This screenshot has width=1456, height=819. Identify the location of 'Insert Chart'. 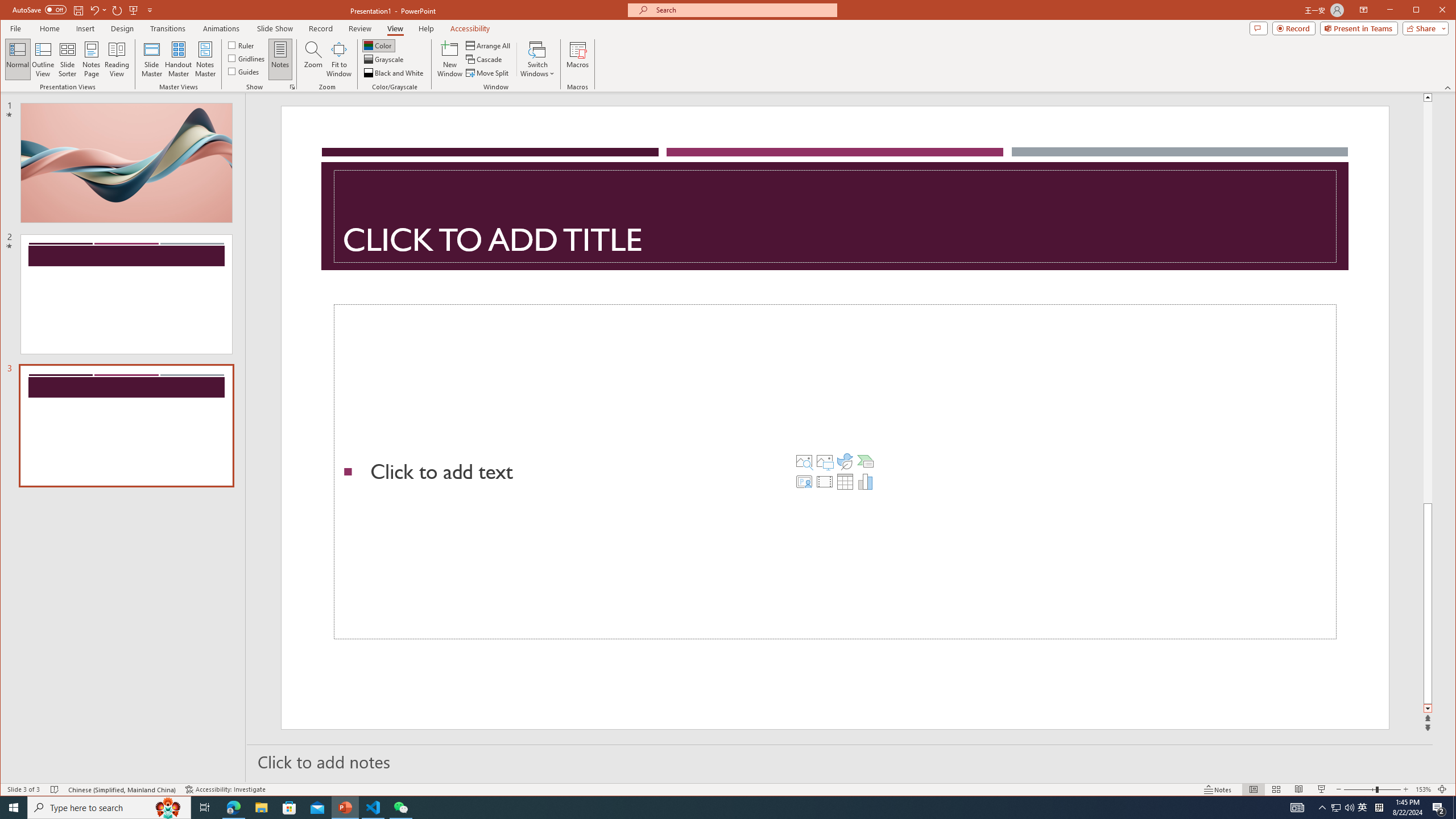
(864, 481).